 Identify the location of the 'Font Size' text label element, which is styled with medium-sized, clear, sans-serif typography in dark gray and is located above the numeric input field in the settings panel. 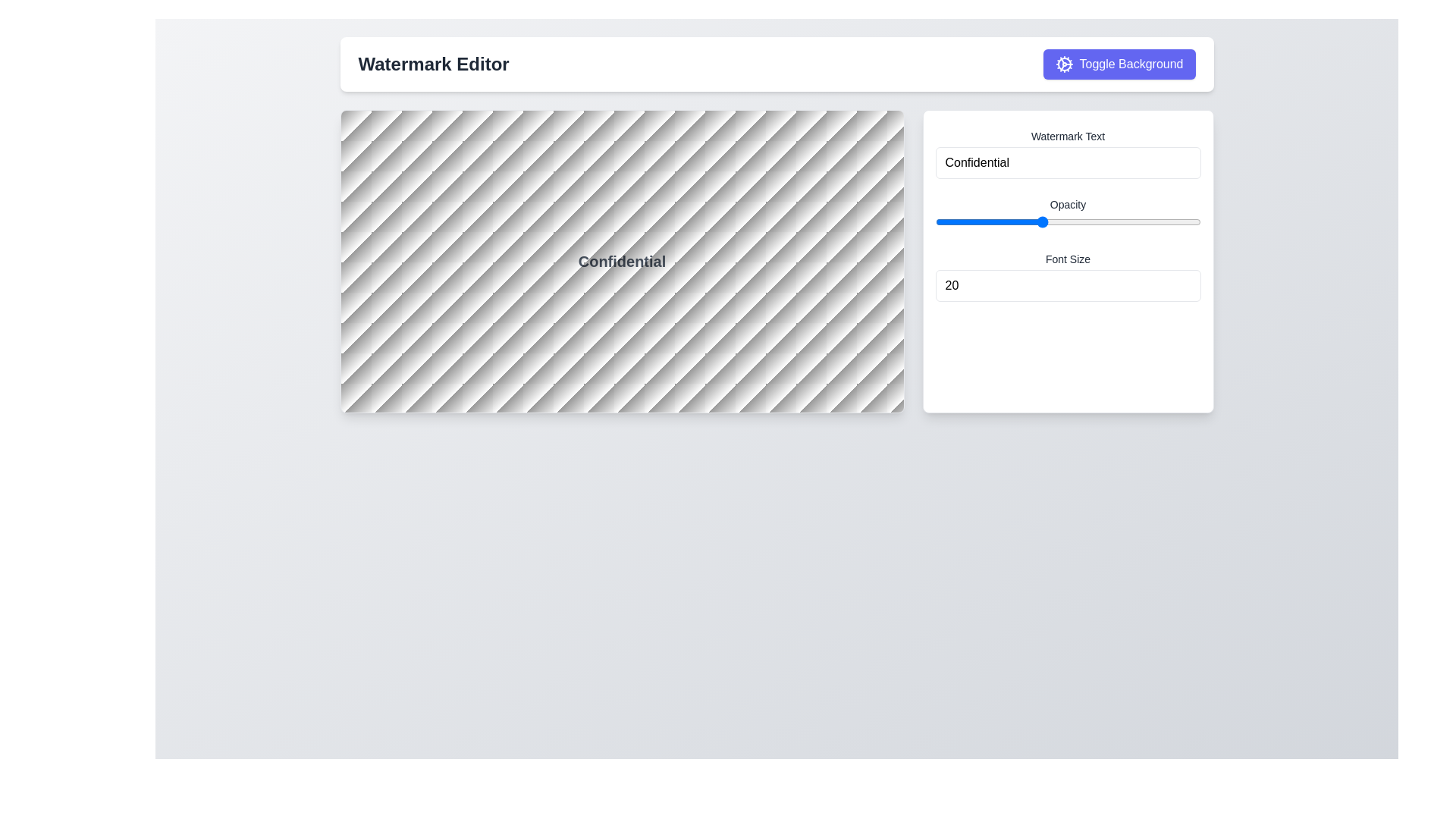
(1067, 259).